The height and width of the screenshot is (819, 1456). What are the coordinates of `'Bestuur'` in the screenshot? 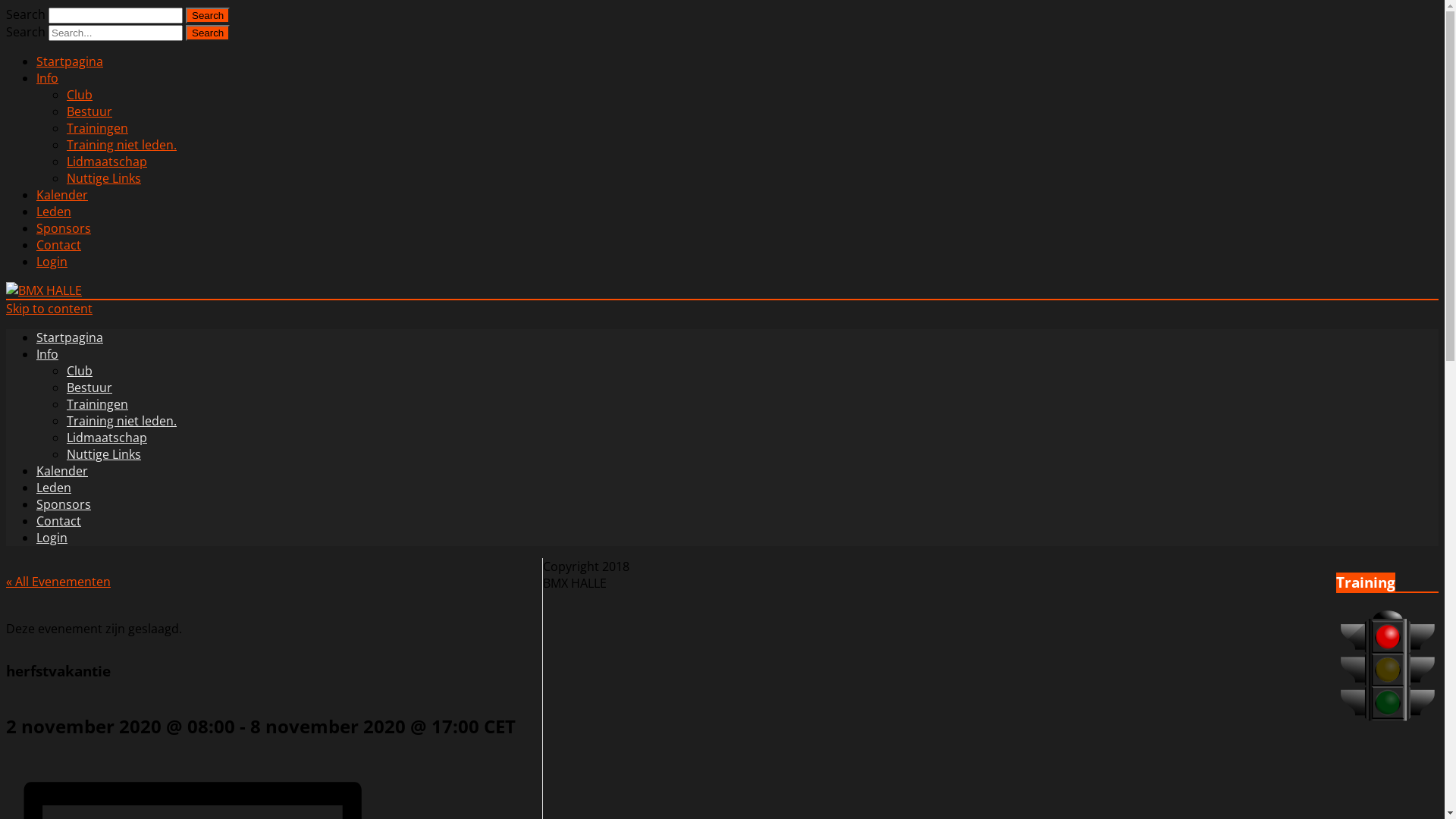 It's located at (89, 110).